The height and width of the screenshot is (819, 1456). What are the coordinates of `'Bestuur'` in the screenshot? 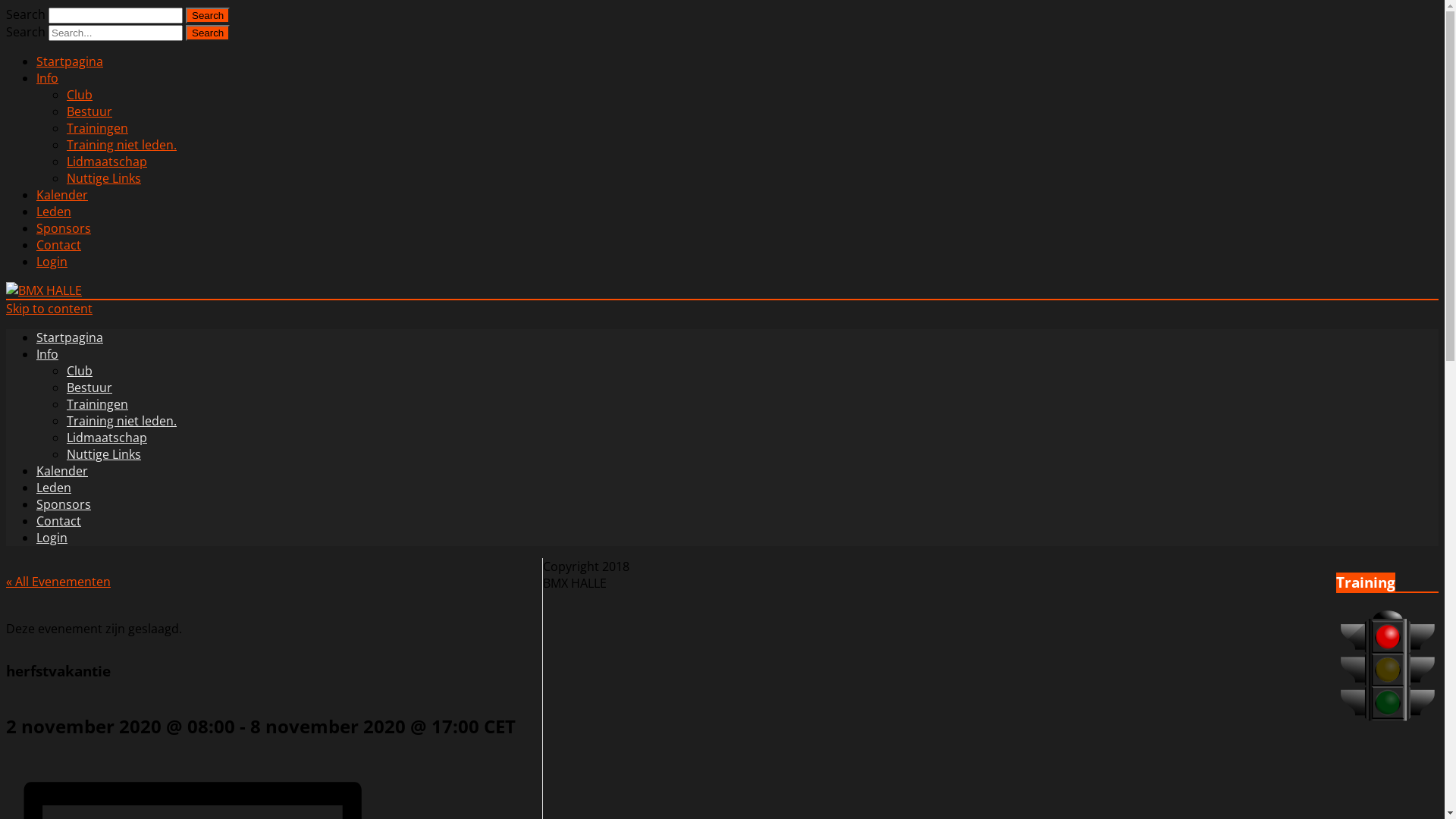 It's located at (89, 110).